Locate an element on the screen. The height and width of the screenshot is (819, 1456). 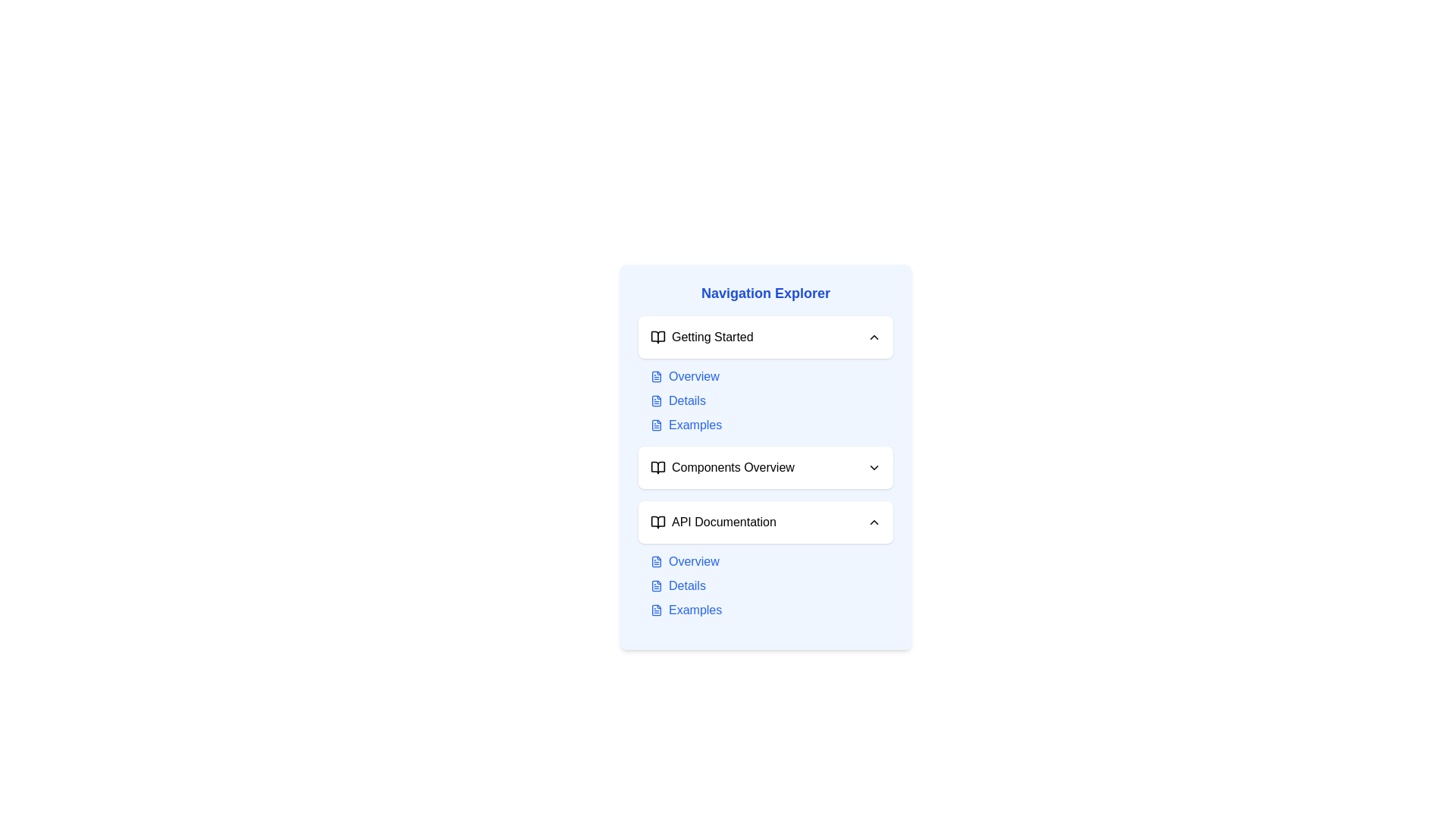
the 'Examples' icon in the 'Getting Started' section of the navigation menu, which represents the examples section in the documentation is located at coordinates (656, 425).